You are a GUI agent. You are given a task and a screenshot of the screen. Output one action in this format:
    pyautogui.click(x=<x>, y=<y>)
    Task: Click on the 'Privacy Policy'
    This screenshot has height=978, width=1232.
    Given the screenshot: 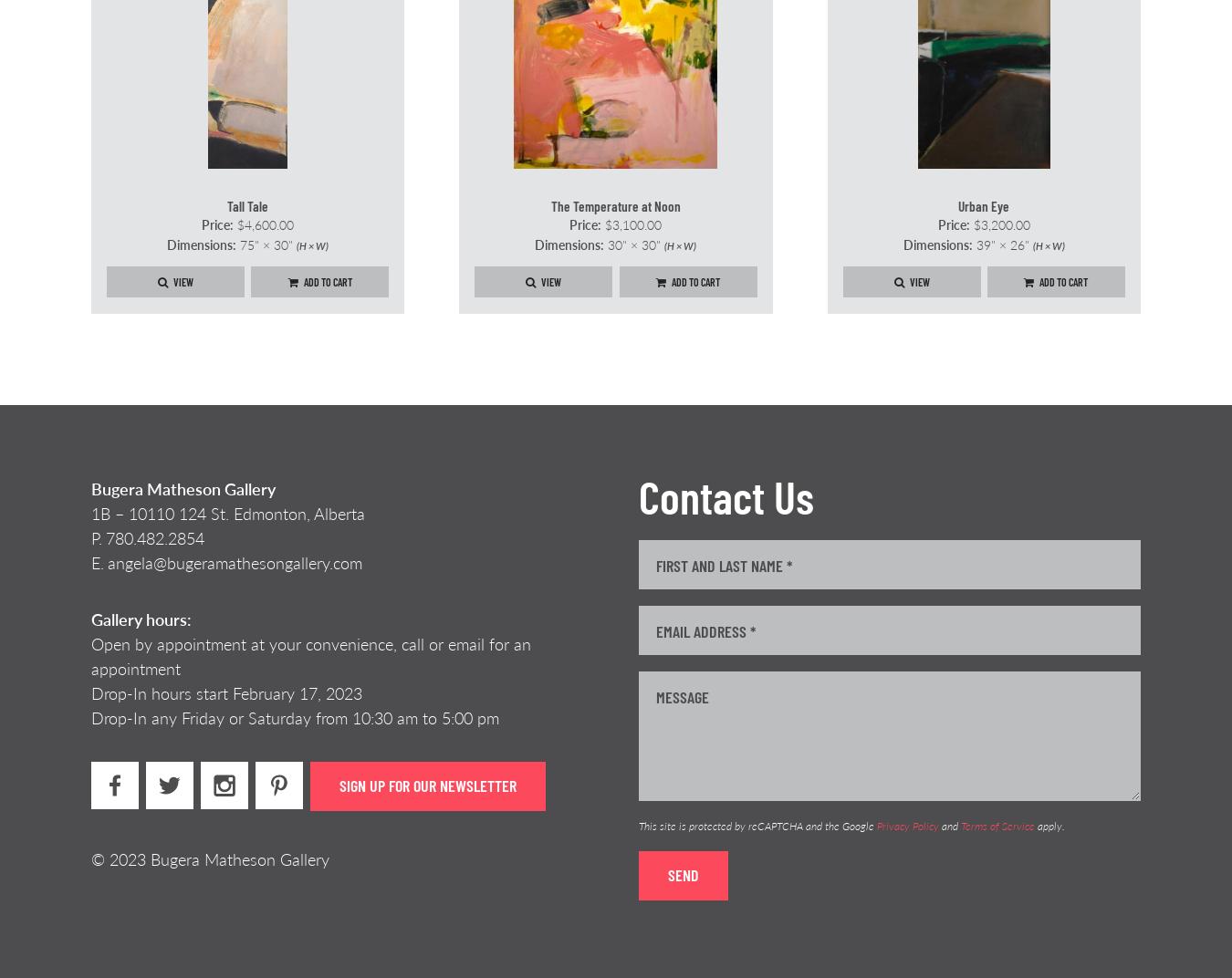 What is the action you would take?
    pyautogui.click(x=906, y=826)
    